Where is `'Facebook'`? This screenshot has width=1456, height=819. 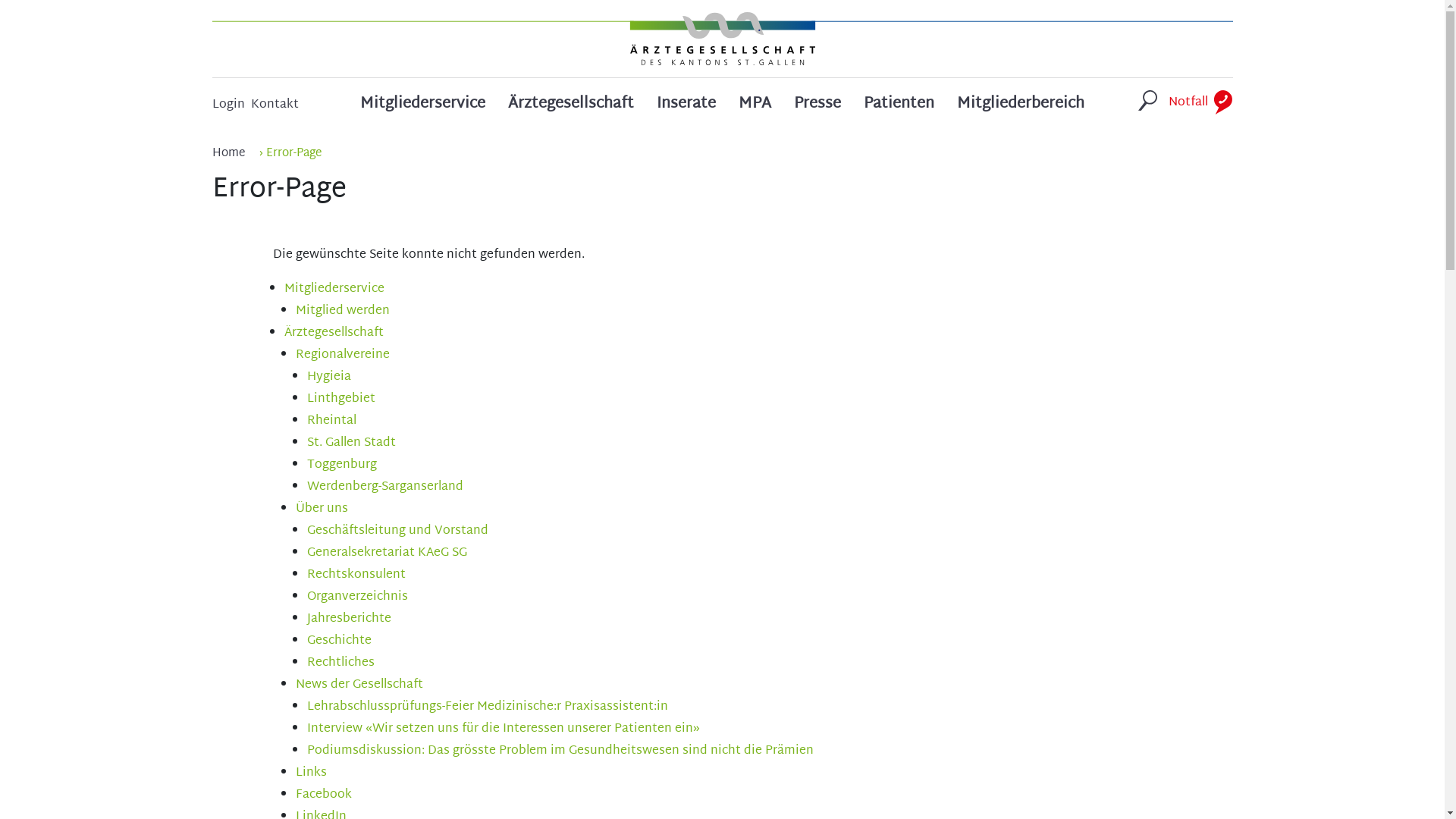 'Facebook' is located at coordinates (323, 794).